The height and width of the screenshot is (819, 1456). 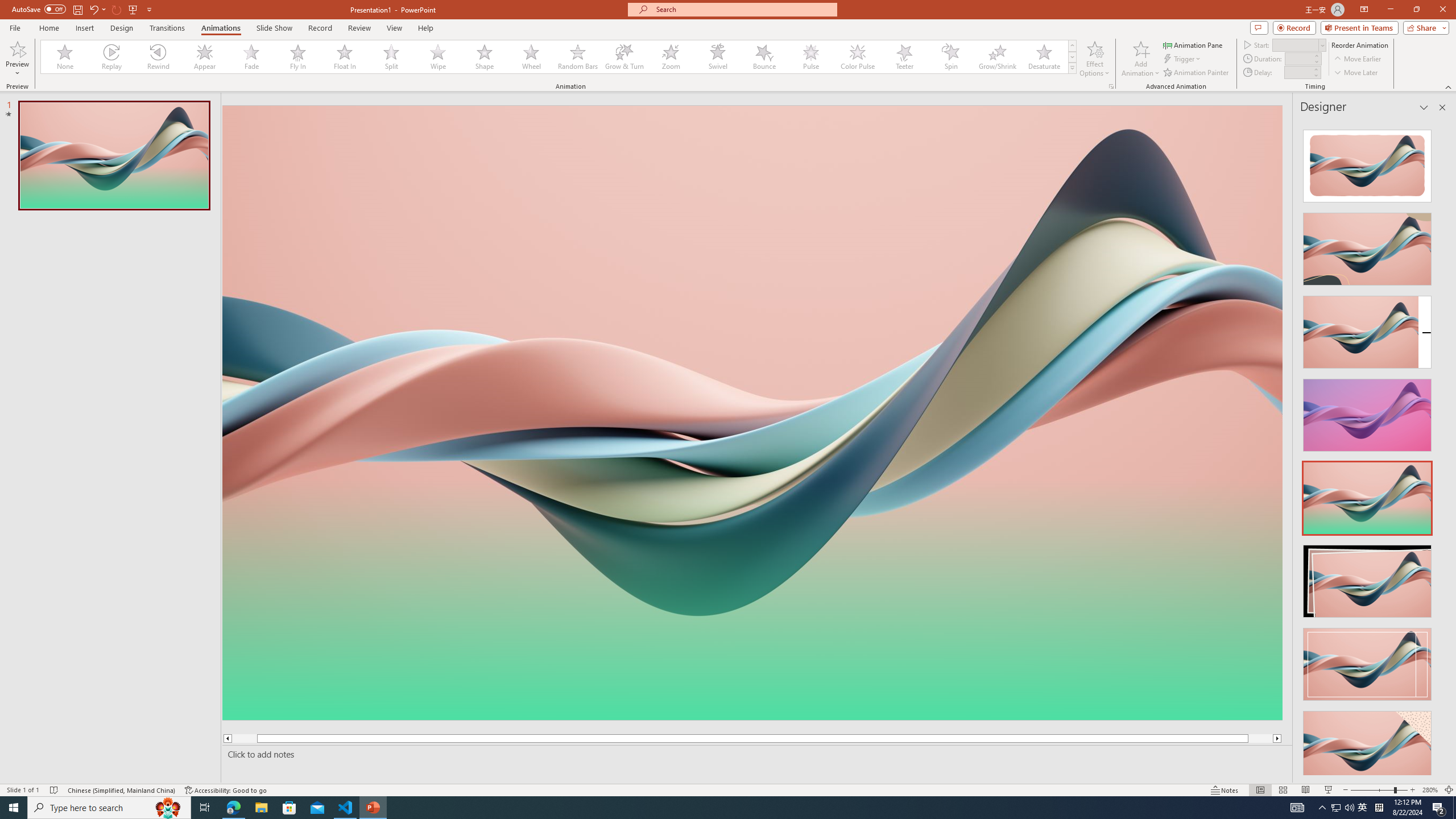 What do you see at coordinates (996, 56) in the screenshot?
I see `'Grow/Shrink'` at bounding box center [996, 56].